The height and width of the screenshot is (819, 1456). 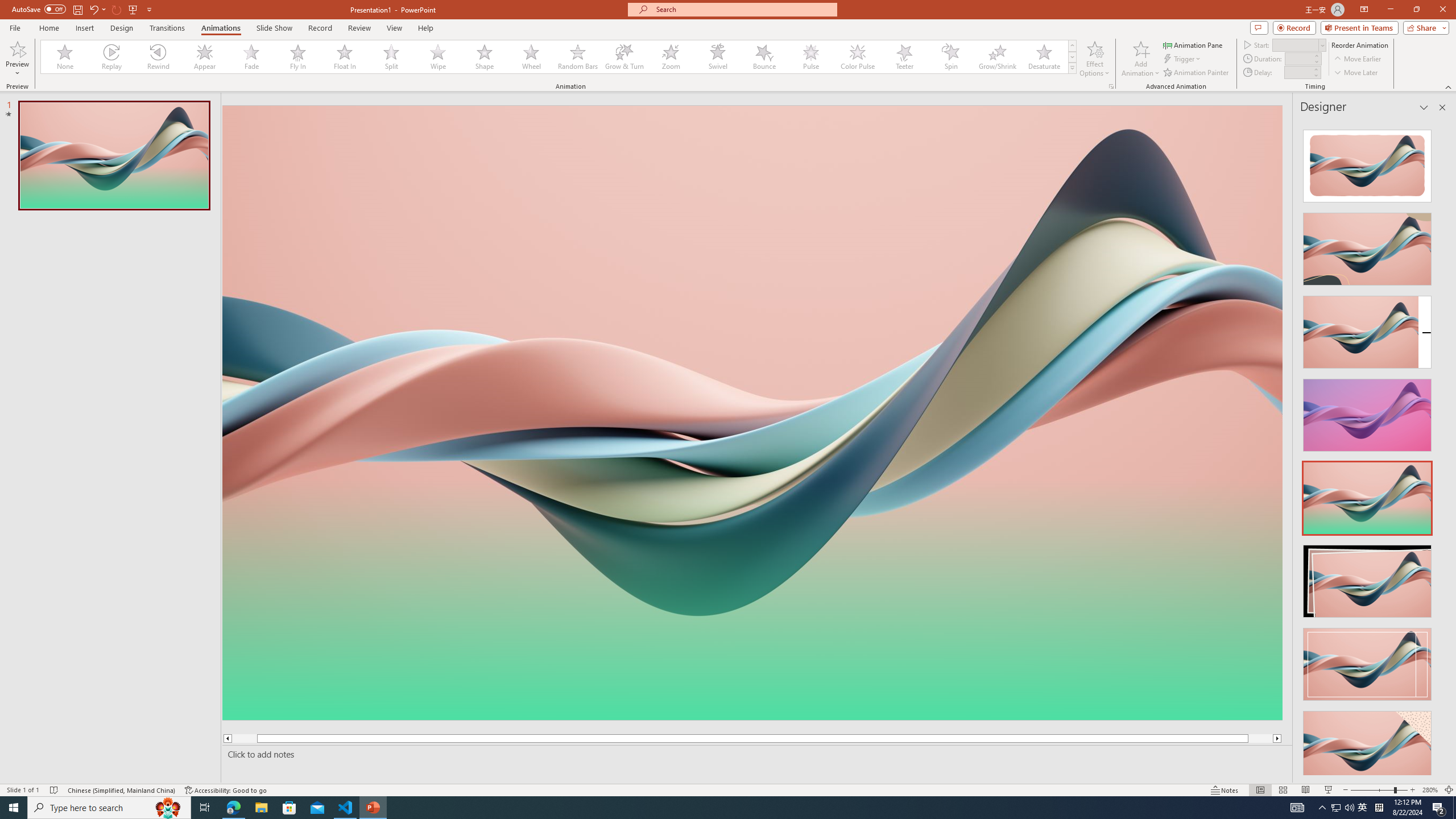 What do you see at coordinates (996, 56) in the screenshot?
I see `'Grow/Shrink'` at bounding box center [996, 56].